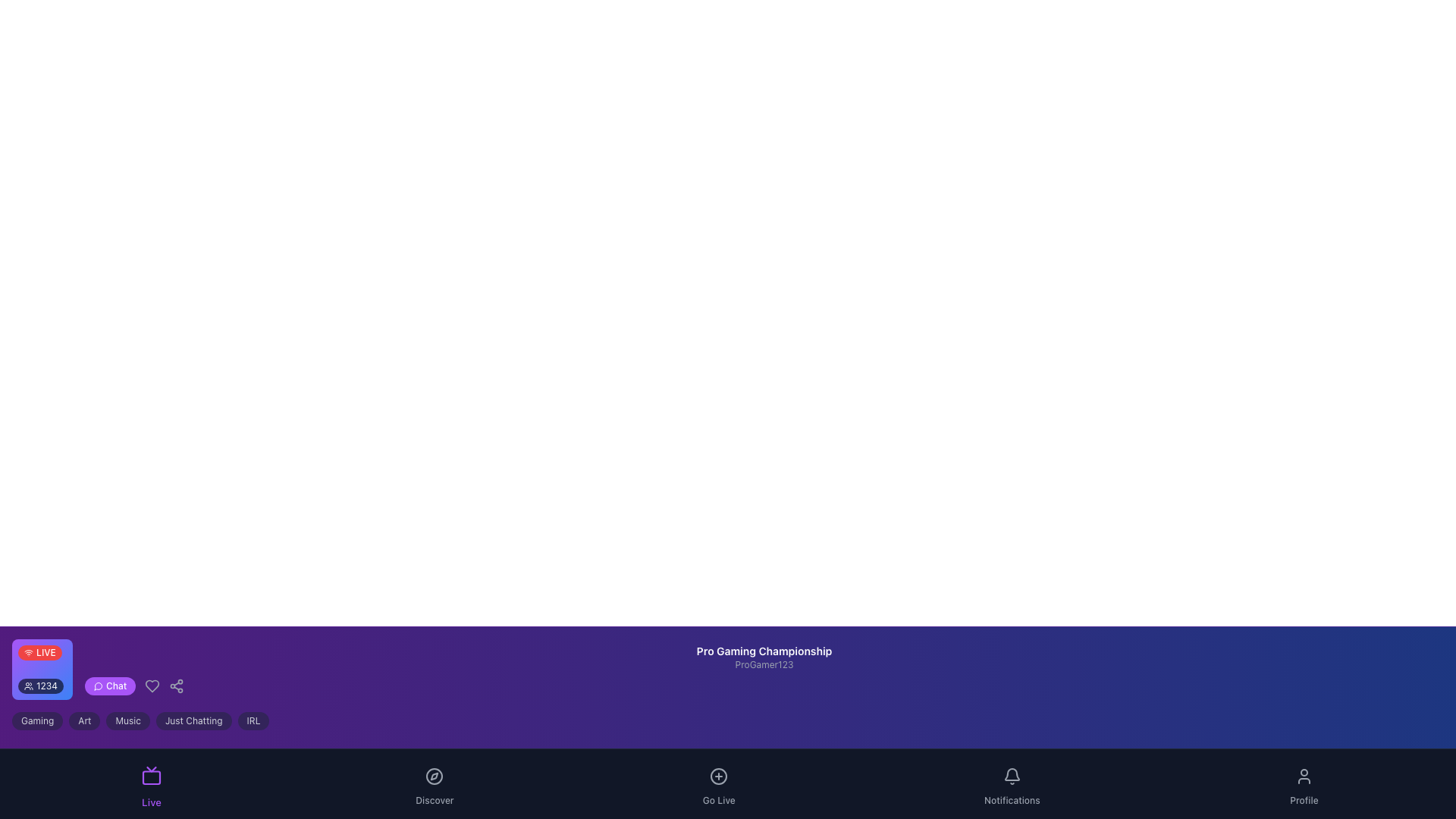 The width and height of the screenshot is (1456, 819). I want to click on the rounded rectangular button labeled 'IRL' with a dark gray background, so click(253, 720).